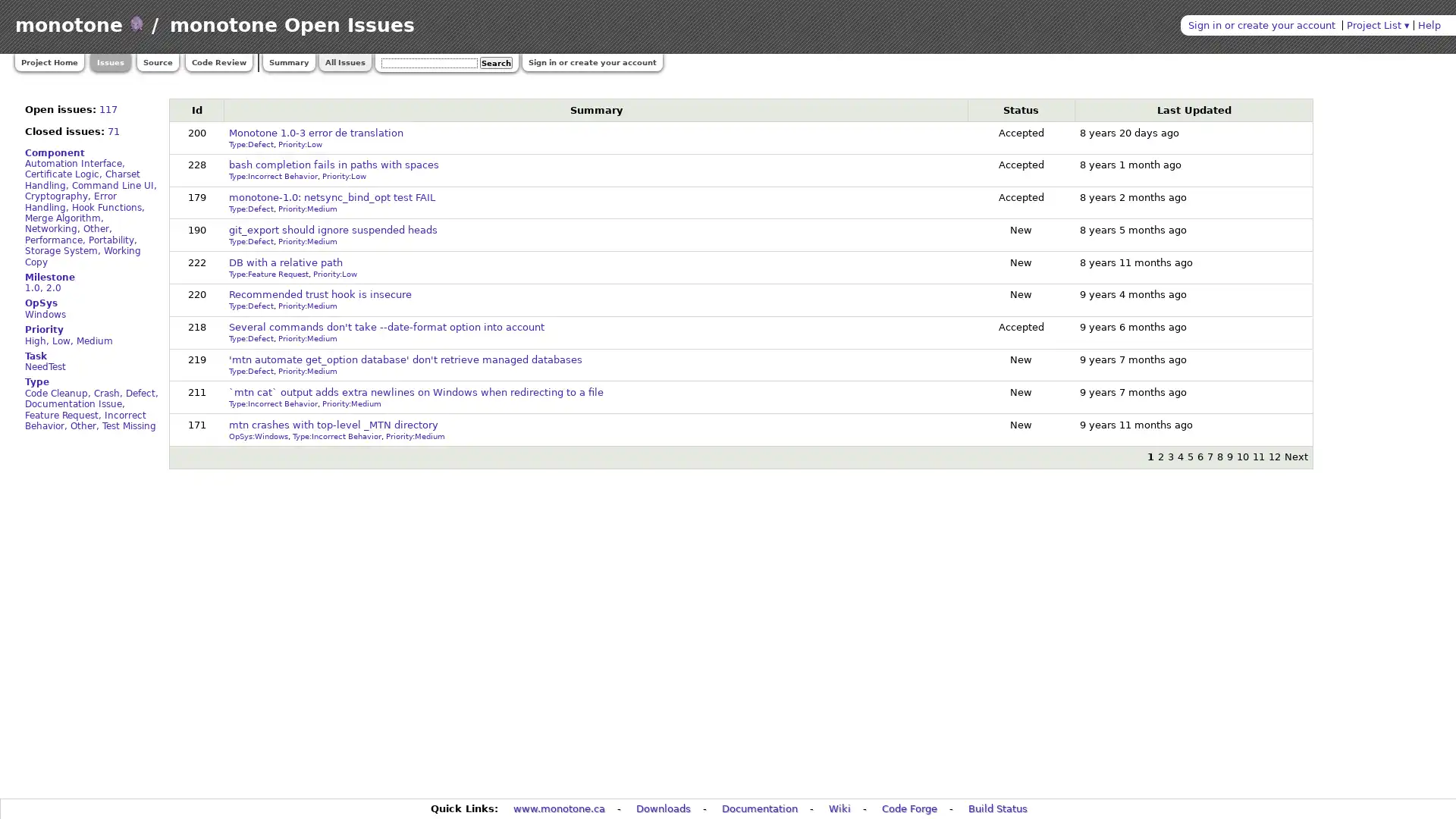 Image resolution: width=1456 pixels, height=819 pixels. I want to click on Search, so click(496, 62).